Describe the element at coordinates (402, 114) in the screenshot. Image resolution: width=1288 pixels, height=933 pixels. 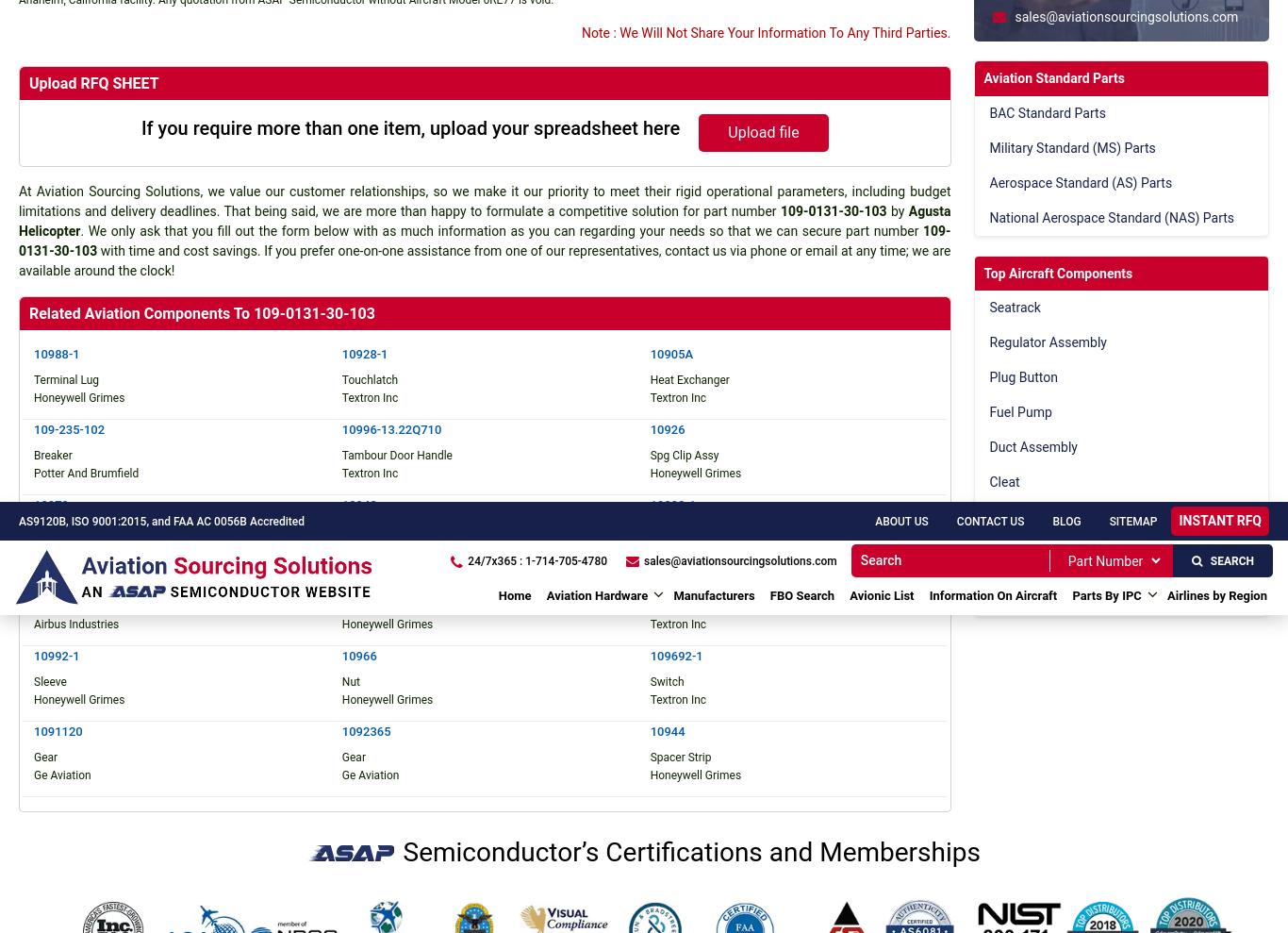
I see `'PMA Parts'` at that location.